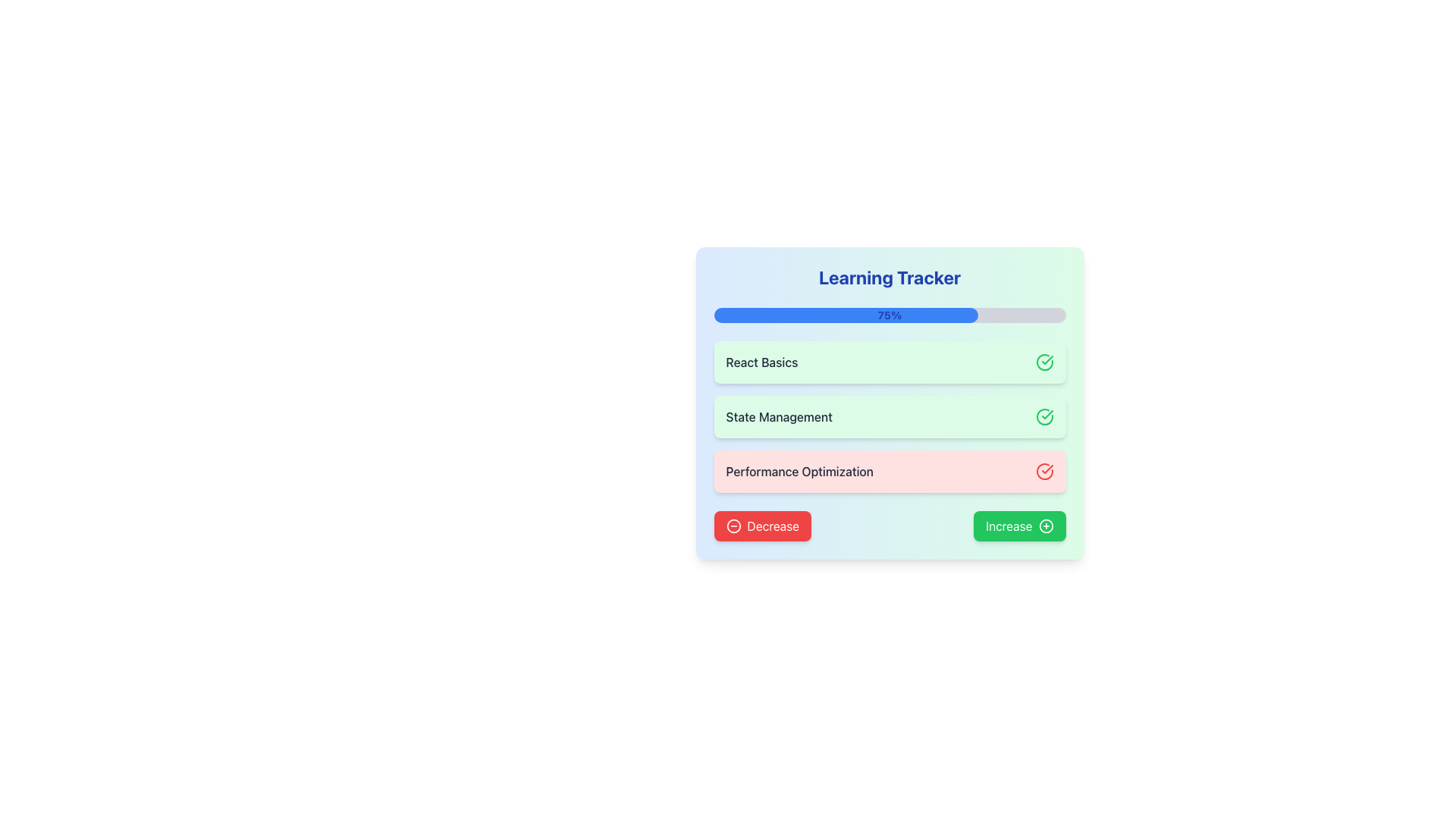  I want to click on the circular red icon with a minus sign located on the left side of the 'Decrease' button near the text label 'Decrease', so click(733, 526).